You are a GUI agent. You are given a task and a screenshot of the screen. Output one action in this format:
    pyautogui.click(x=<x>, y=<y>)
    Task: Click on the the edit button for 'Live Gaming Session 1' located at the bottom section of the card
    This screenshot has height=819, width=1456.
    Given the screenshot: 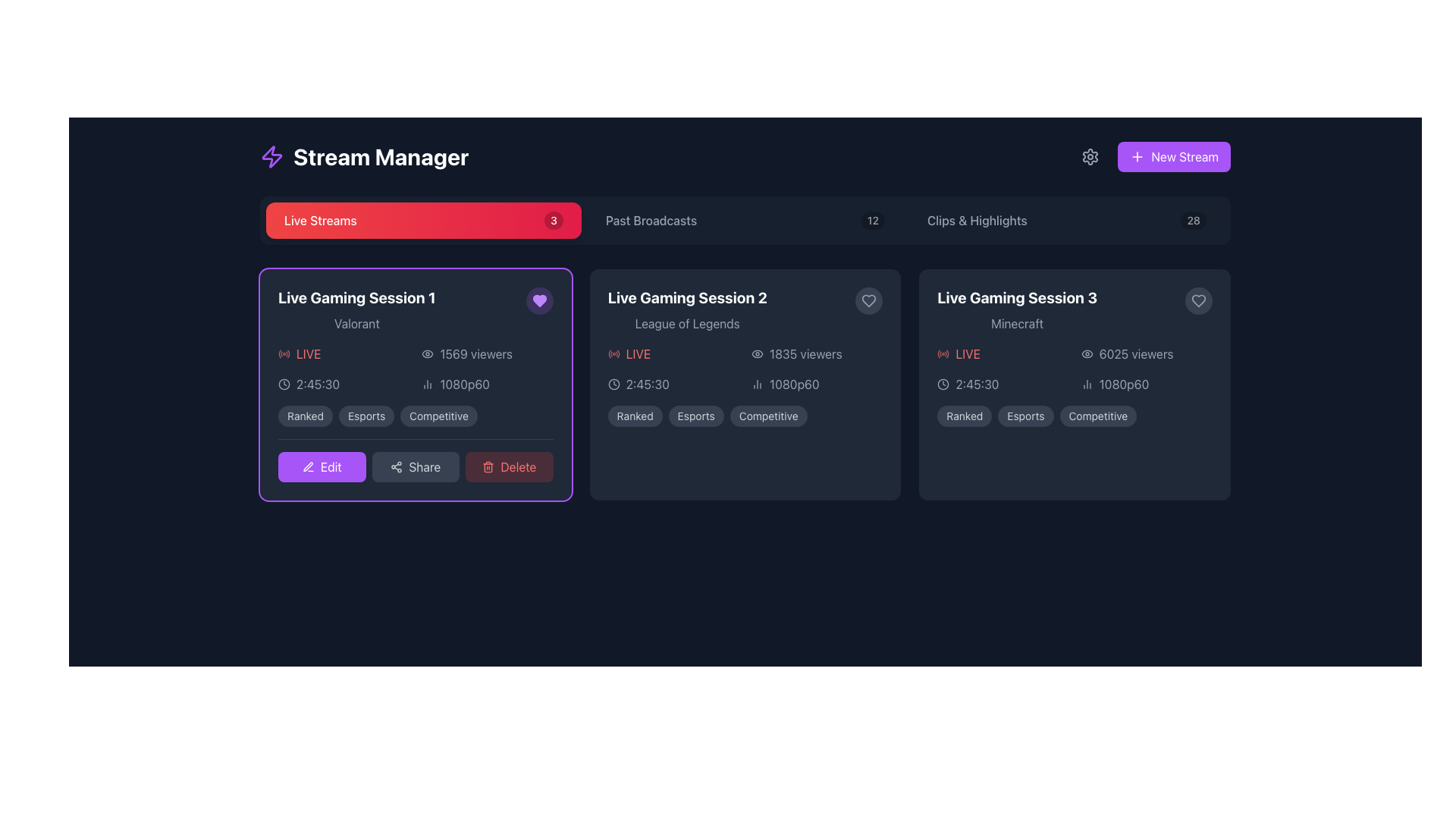 What is the action you would take?
    pyautogui.click(x=321, y=466)
    